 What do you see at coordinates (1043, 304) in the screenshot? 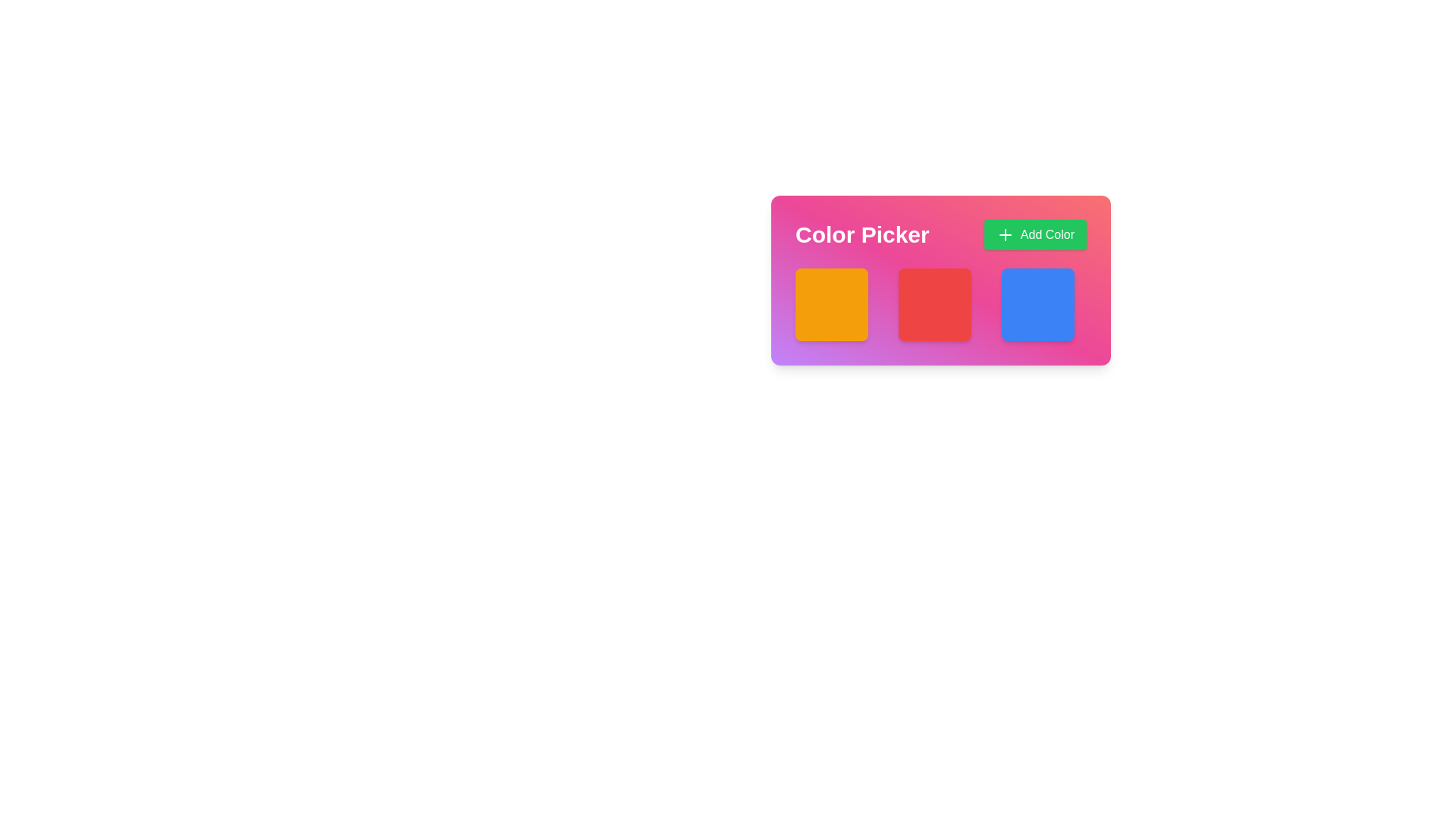
I see `the third square in the horizontal arrangement under the title 'Color Picker', which serves as a color selector in the interface` at bounding box center [1043, 304].